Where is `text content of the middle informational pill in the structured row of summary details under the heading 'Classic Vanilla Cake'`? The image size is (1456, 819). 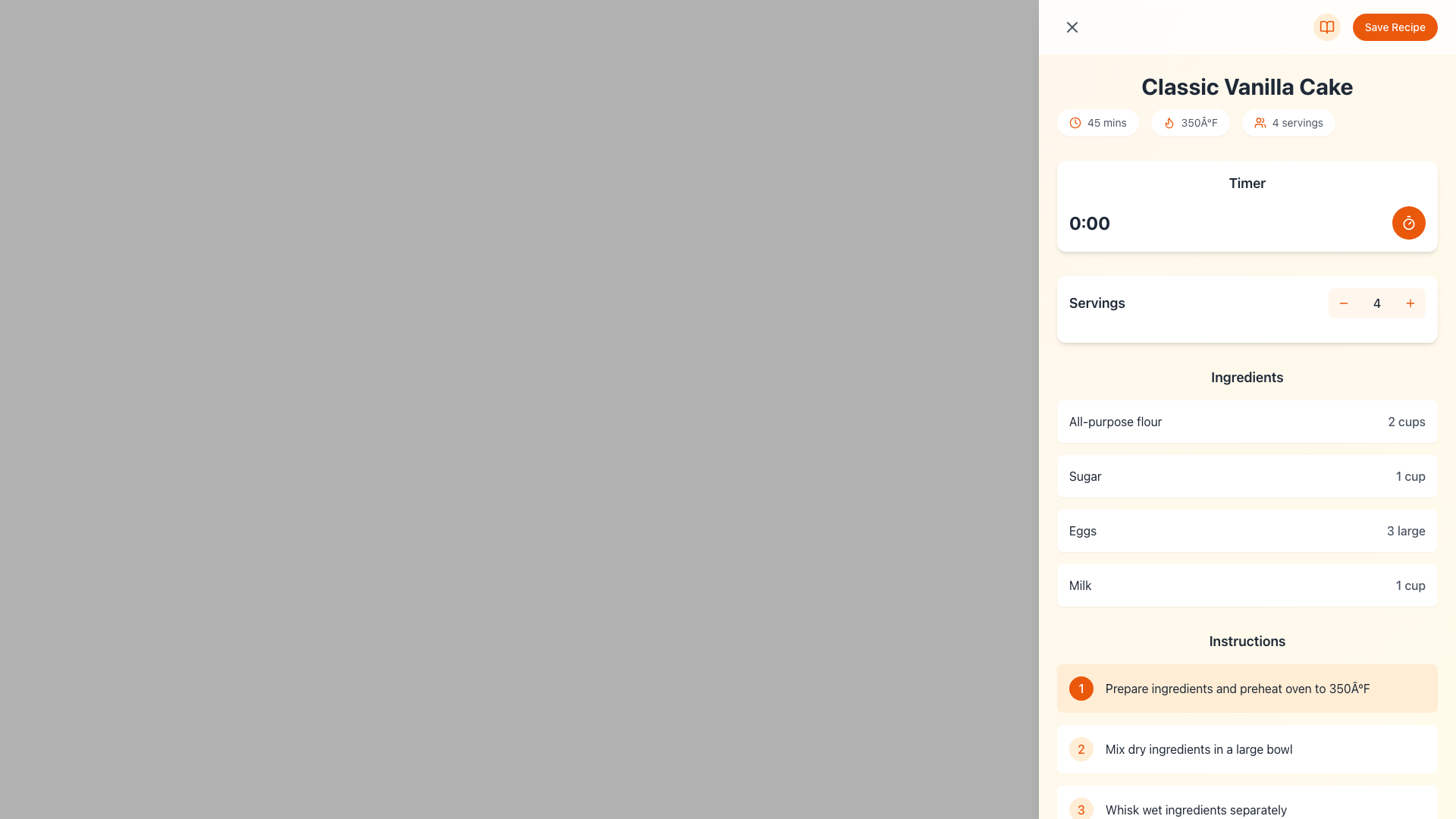
text content of the middle informational pill in the structured row of summary details under the heading 'Classic Vanilla Cake' is located at coordinates (1247, 122).